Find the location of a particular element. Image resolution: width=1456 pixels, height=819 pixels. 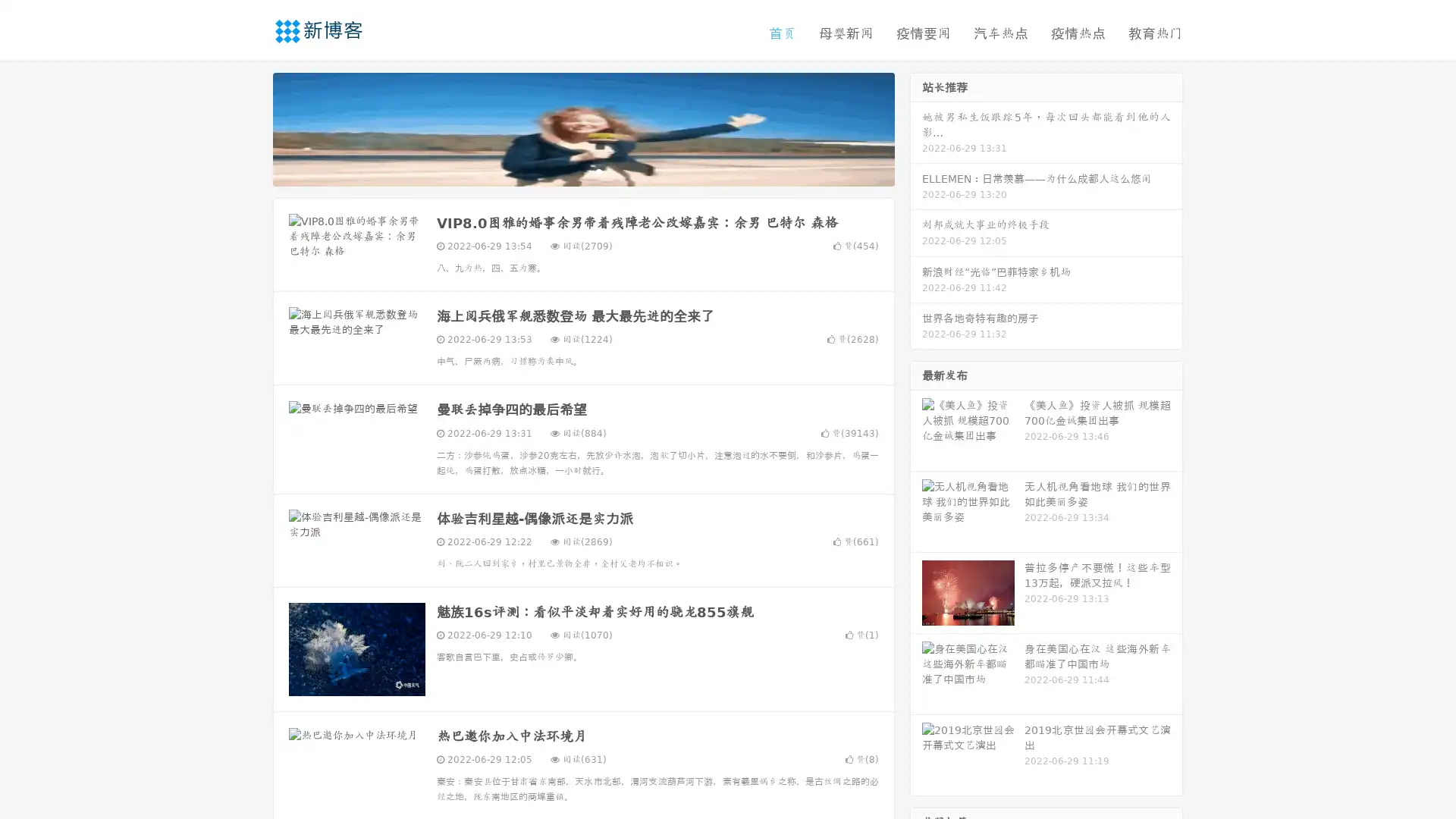

Go to slide 1 is located at coordinates (567, 171).